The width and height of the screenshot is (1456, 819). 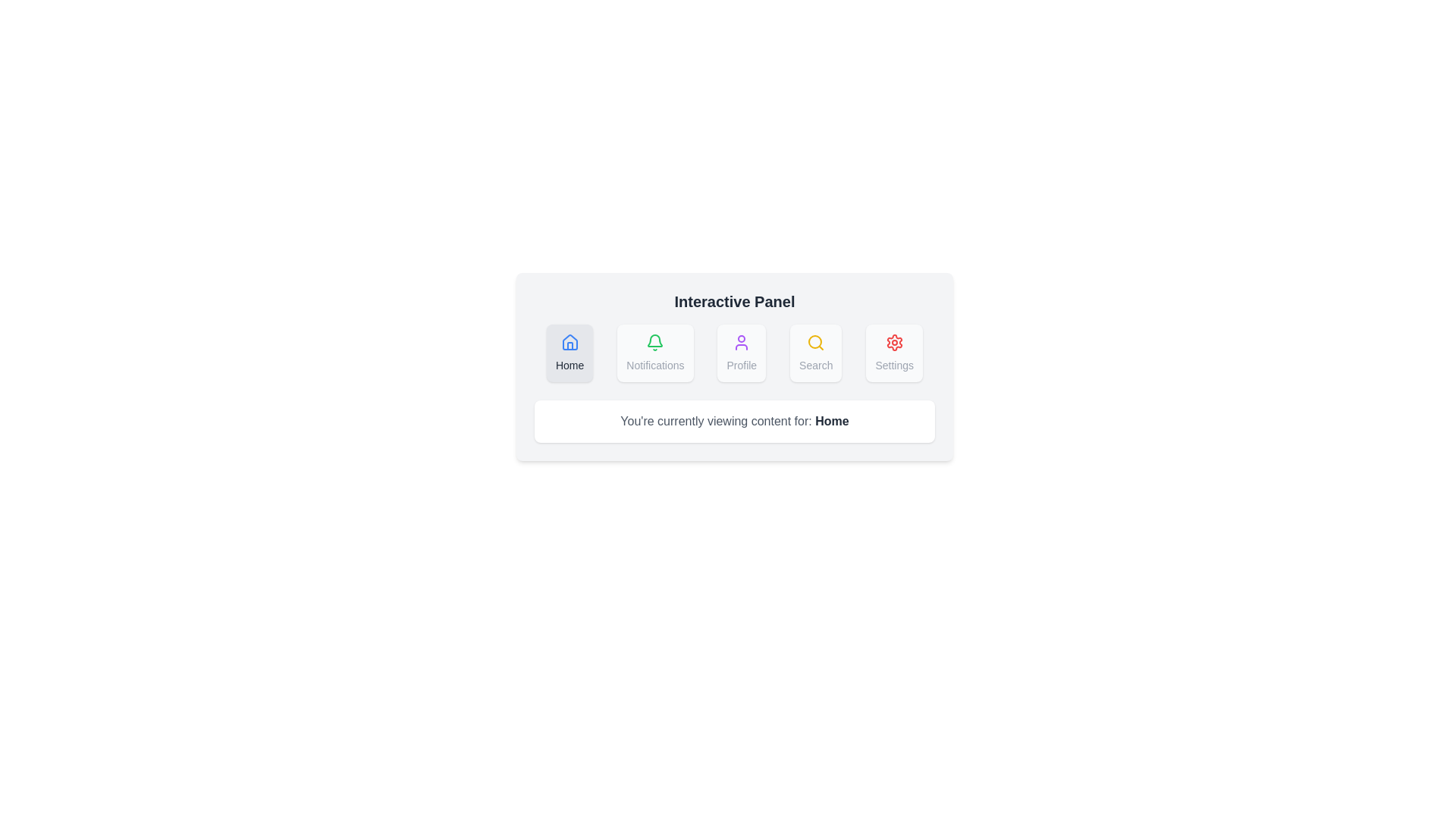 What do you see at coordinates (831, 421) in the screenshot?
I see `the Text label indicating the currently selected content, which displays 'Home' in the sentence 'You're currently viewing content for: Home'` at bounding box center [831, 421].